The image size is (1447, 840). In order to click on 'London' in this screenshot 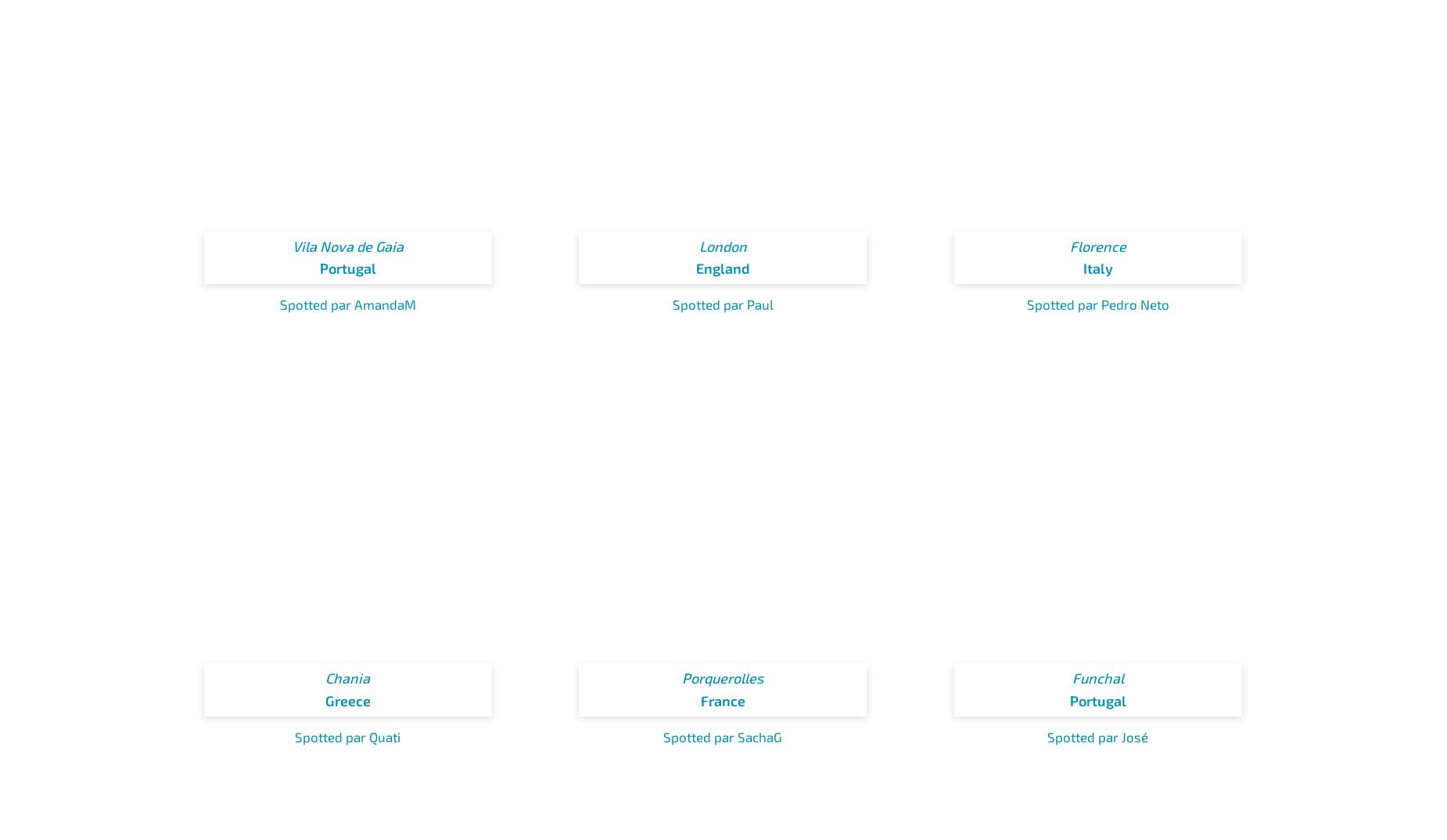, I will do `click(722, 246)`.